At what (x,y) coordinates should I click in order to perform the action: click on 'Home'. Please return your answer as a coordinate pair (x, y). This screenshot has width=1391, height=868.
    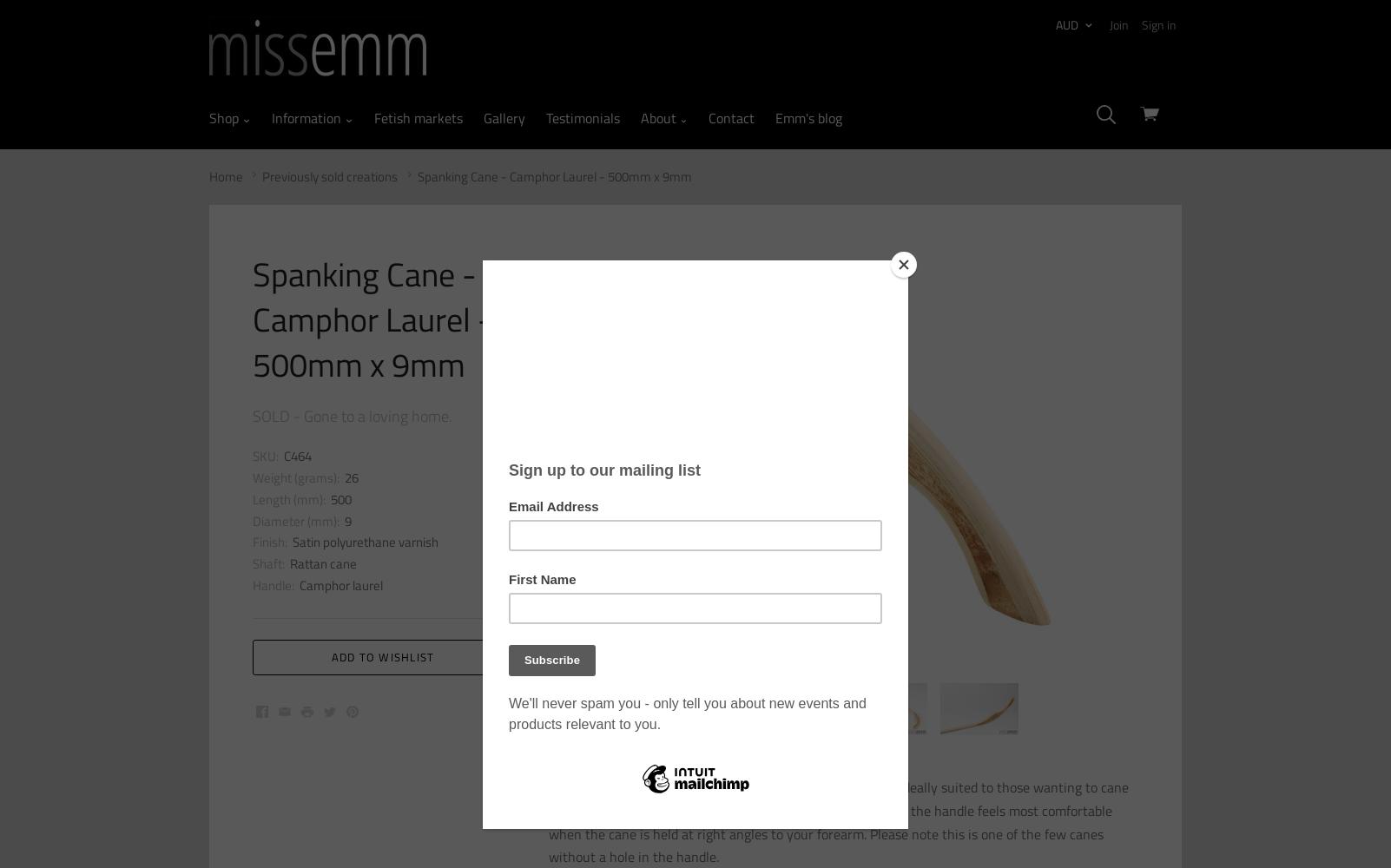
    Looking at the image, I should click on (226, 174).